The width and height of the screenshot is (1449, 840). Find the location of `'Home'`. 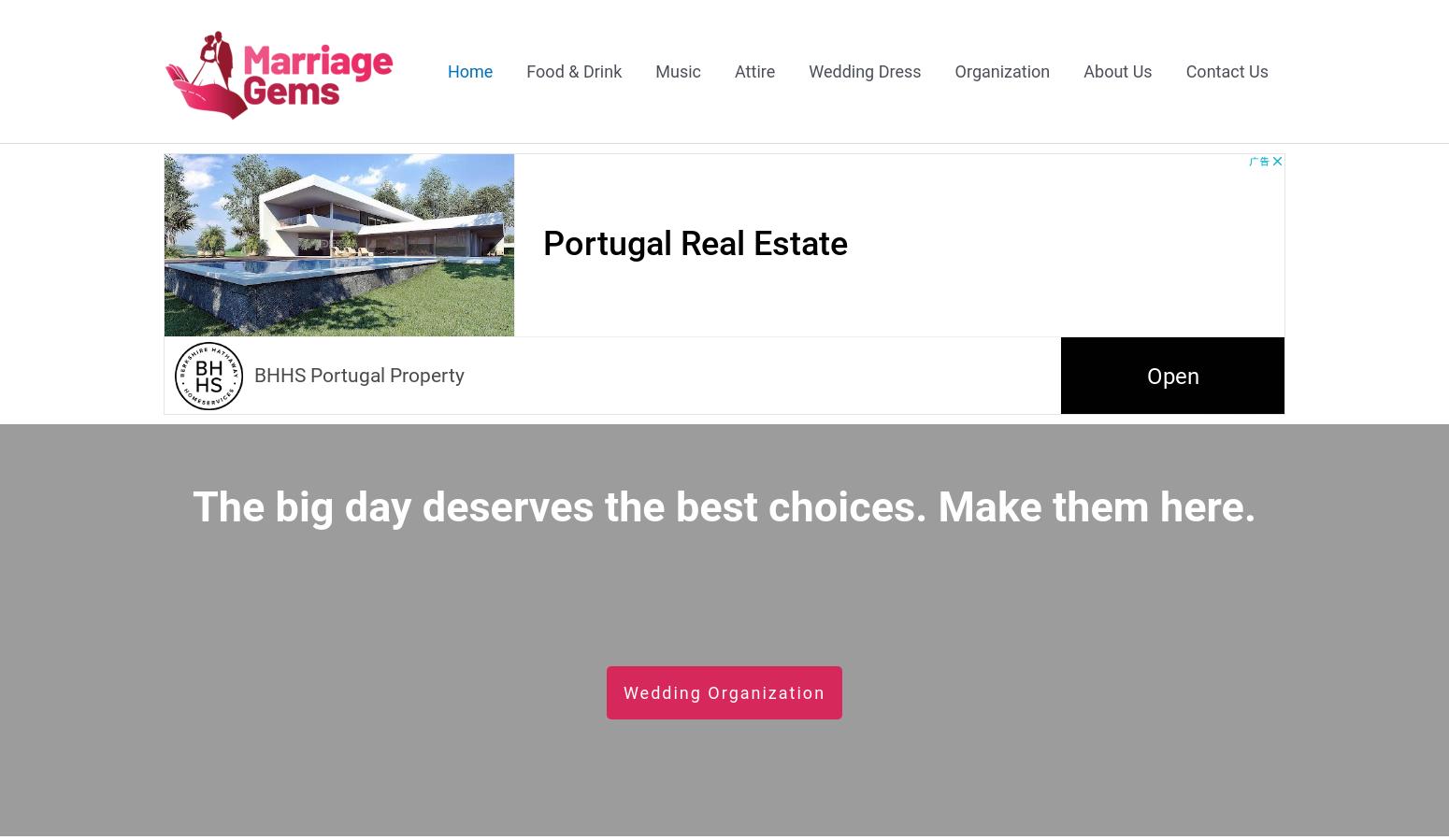

'Home' is located at coordinates (468, 69).